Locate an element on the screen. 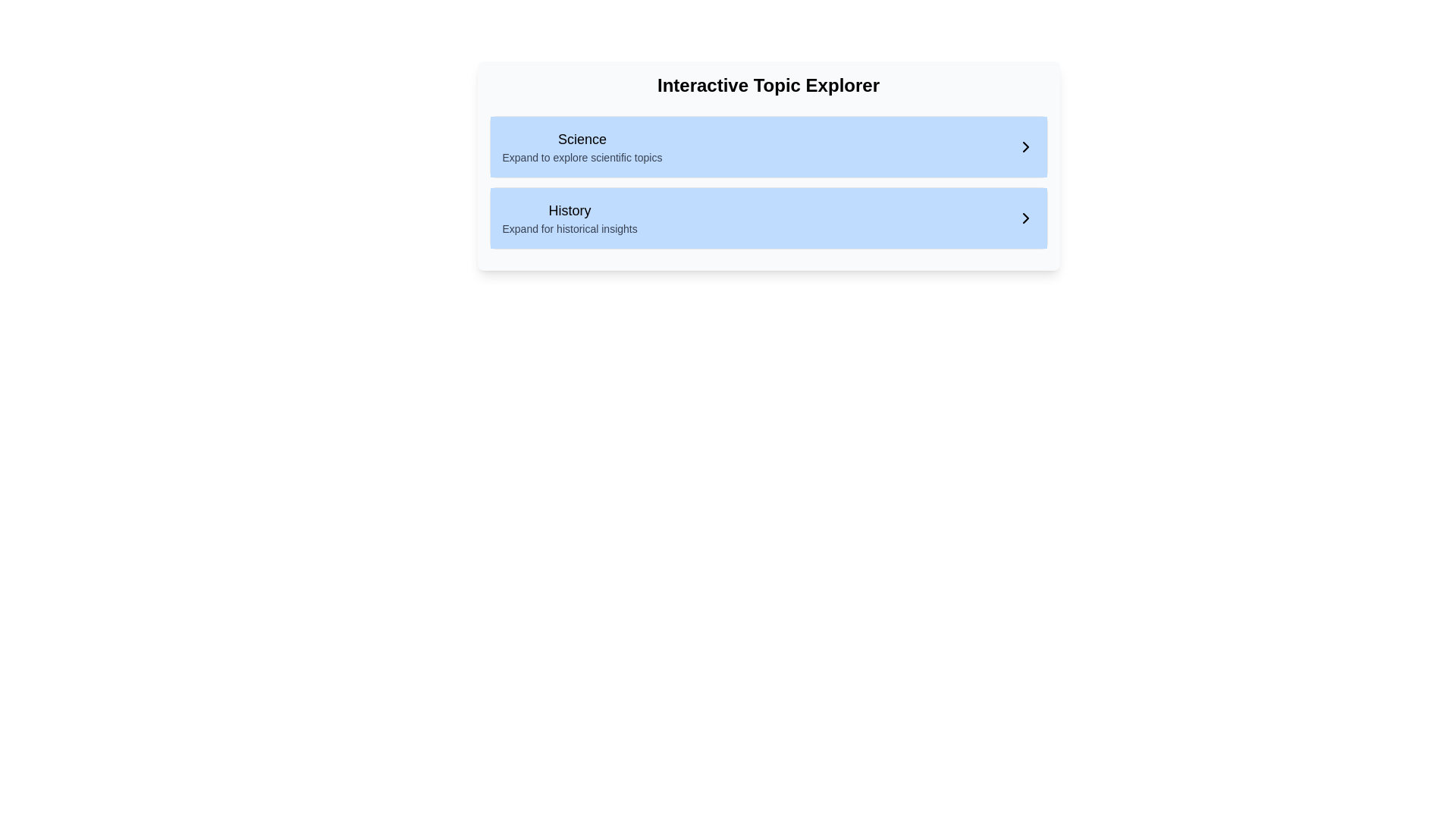  the Text Label that serves as a heading for the historical topic section, positioned above the explanatory text 'Expand for historical insights.' is located at coordinates (569, 210).